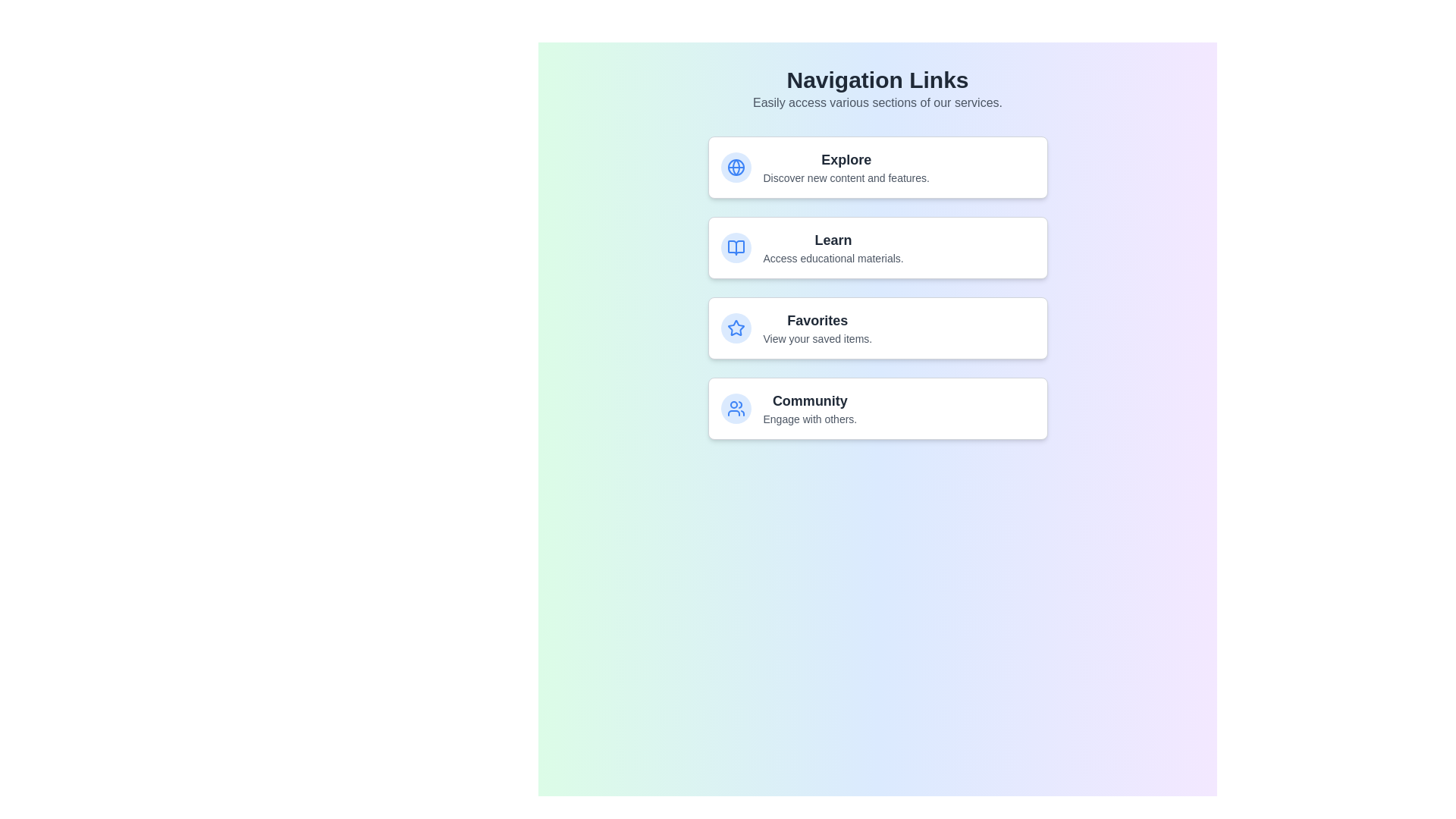  I want to click on descriptive text that says 'View your saved items.' located beneath the 'Favorites' heading in the Favorites section, so click(817, 338).